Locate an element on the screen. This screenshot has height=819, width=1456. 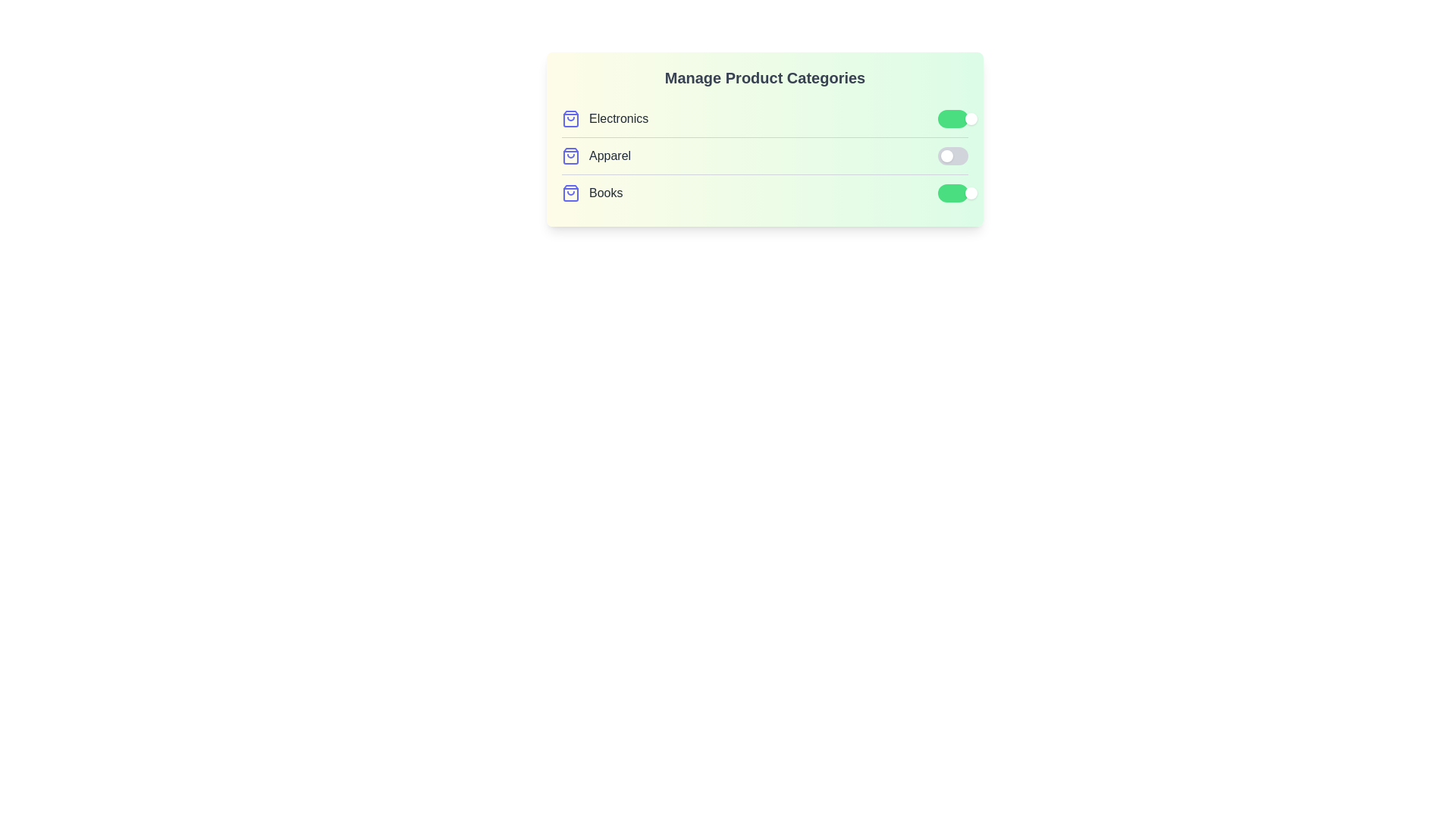
the 'ShoppingBag' icon next to the category Electronics is located at coordinates (570, 118).